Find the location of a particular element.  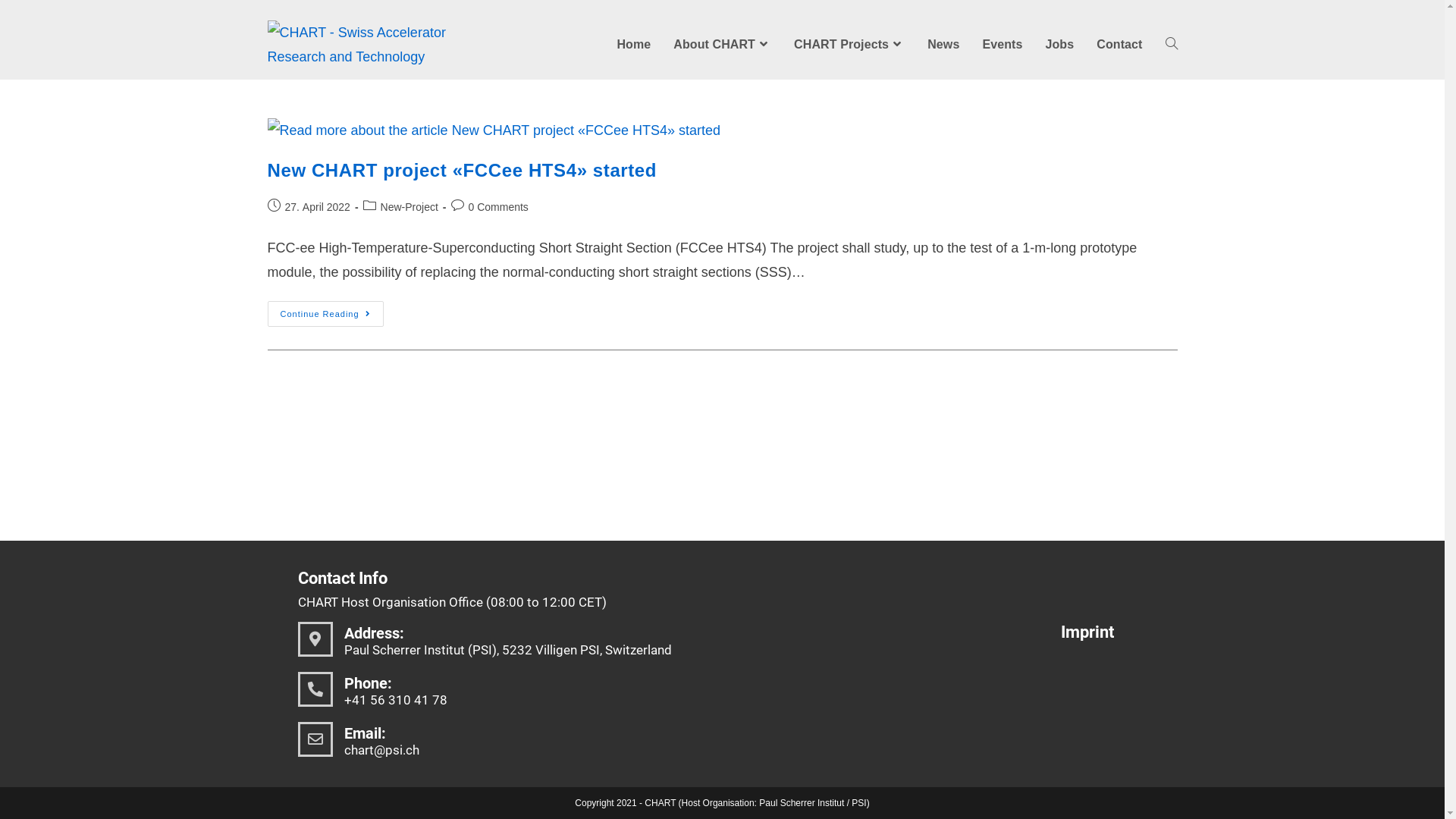

'New-Project' is located at coordinates (381, 207).